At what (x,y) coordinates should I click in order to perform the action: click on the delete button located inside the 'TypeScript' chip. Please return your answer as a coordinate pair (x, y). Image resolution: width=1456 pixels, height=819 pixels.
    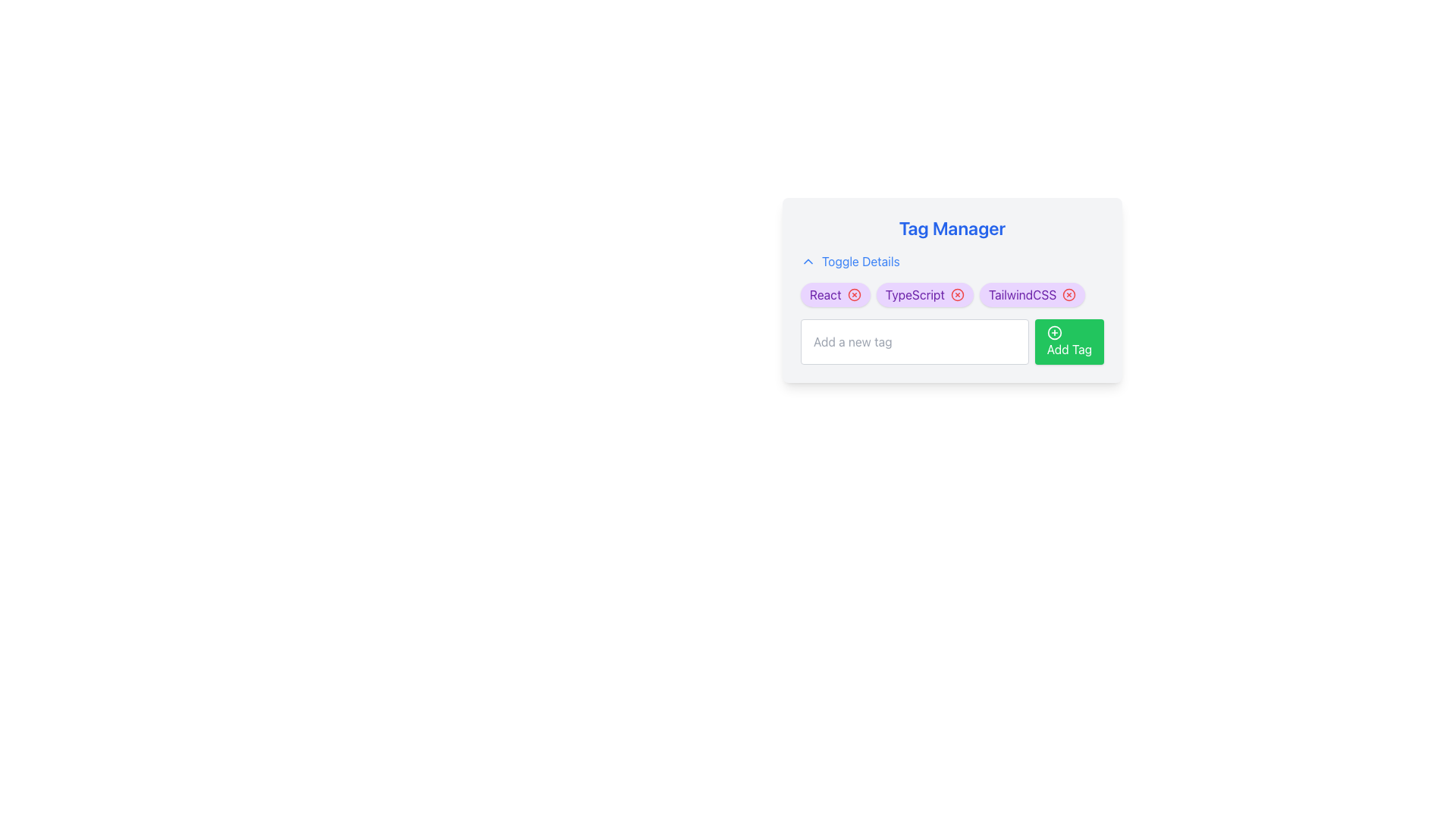
    Looking at the image, I should click on (956, 295).